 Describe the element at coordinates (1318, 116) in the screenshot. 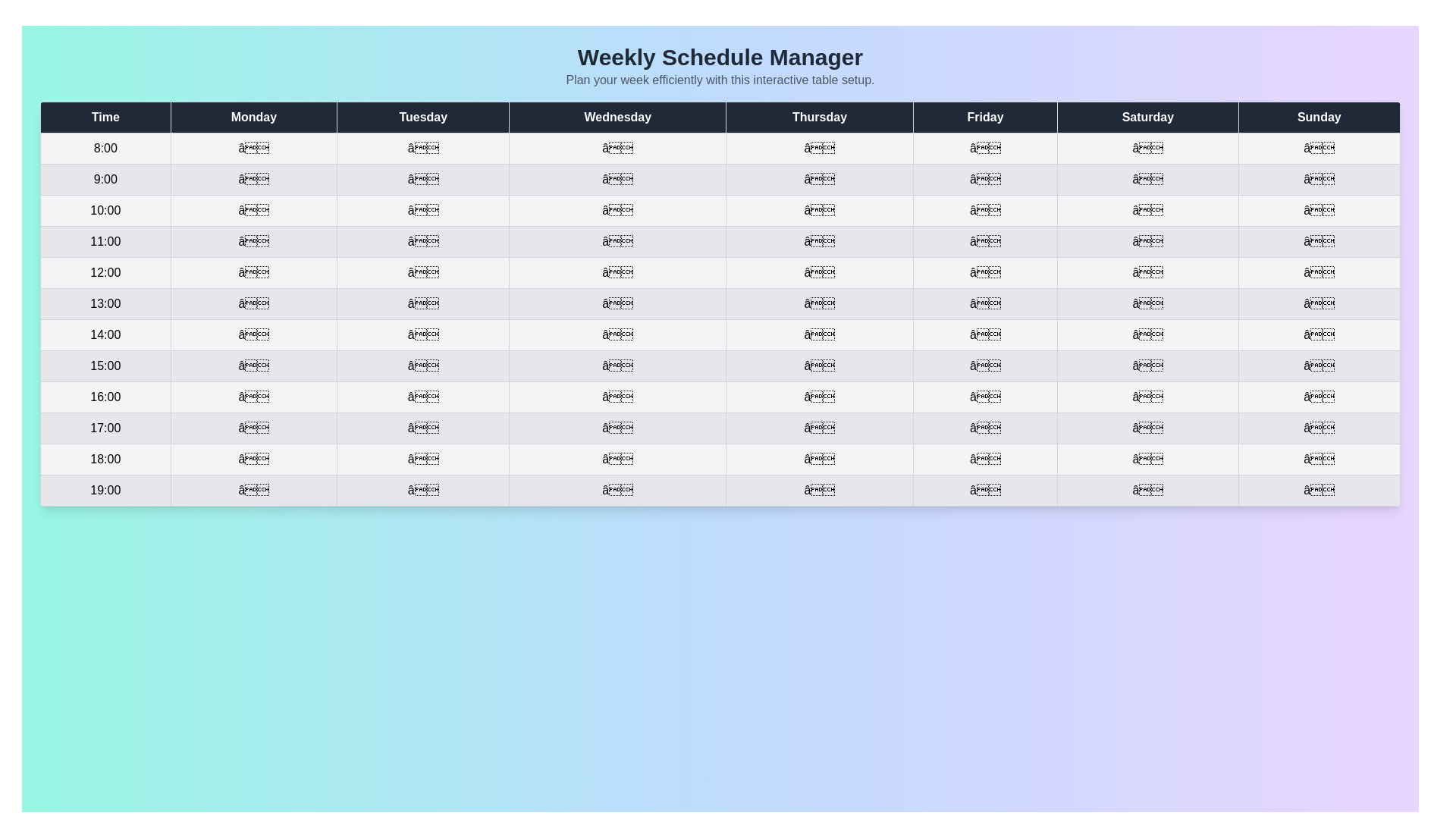

I see `the header cell labeled Sunday to sort by that column` at that location.